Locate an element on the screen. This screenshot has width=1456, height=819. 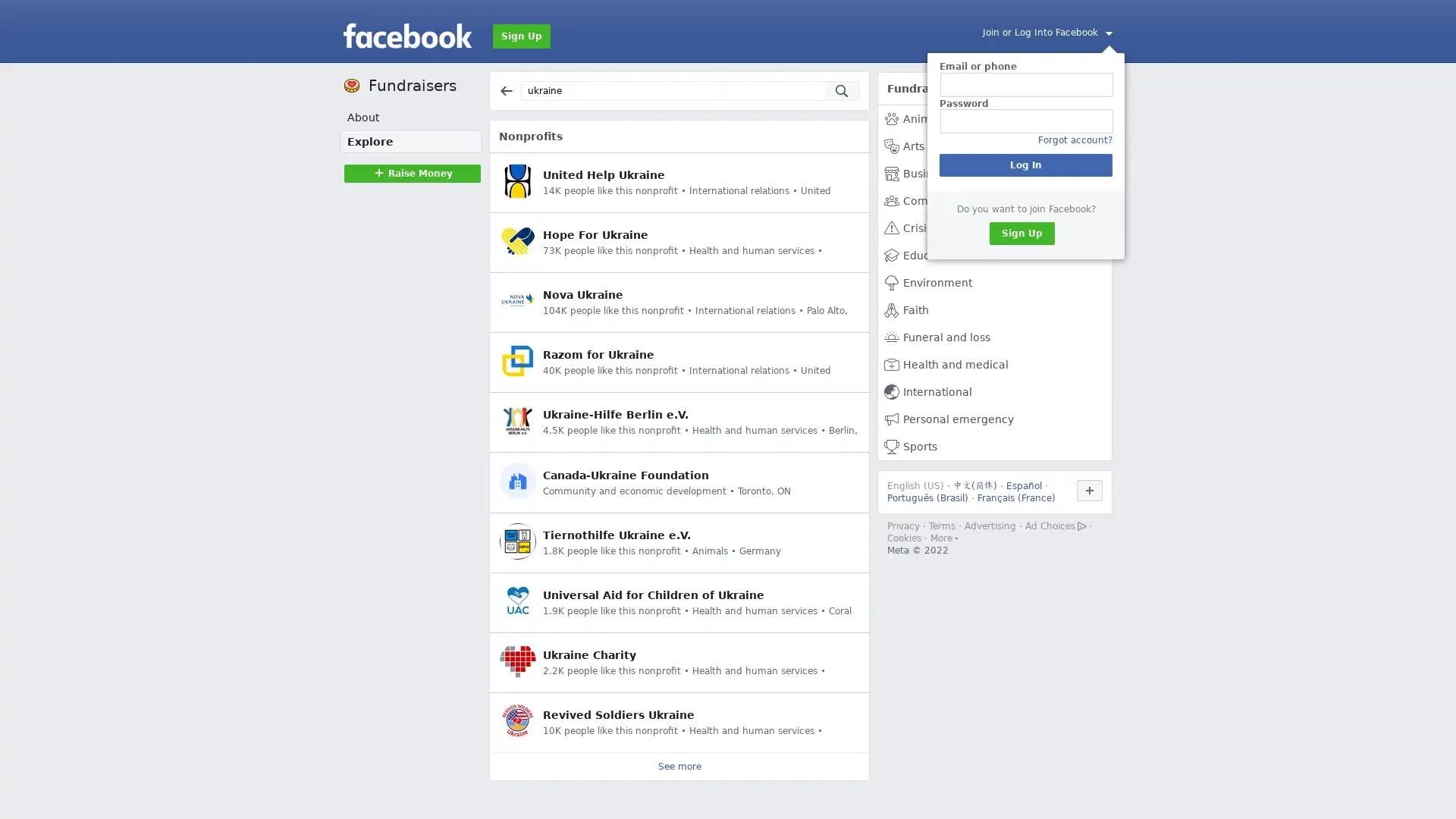
Canada-Ukraine Foundation Community and economic development  Toronto, ON is located at coordinates (679, 482).